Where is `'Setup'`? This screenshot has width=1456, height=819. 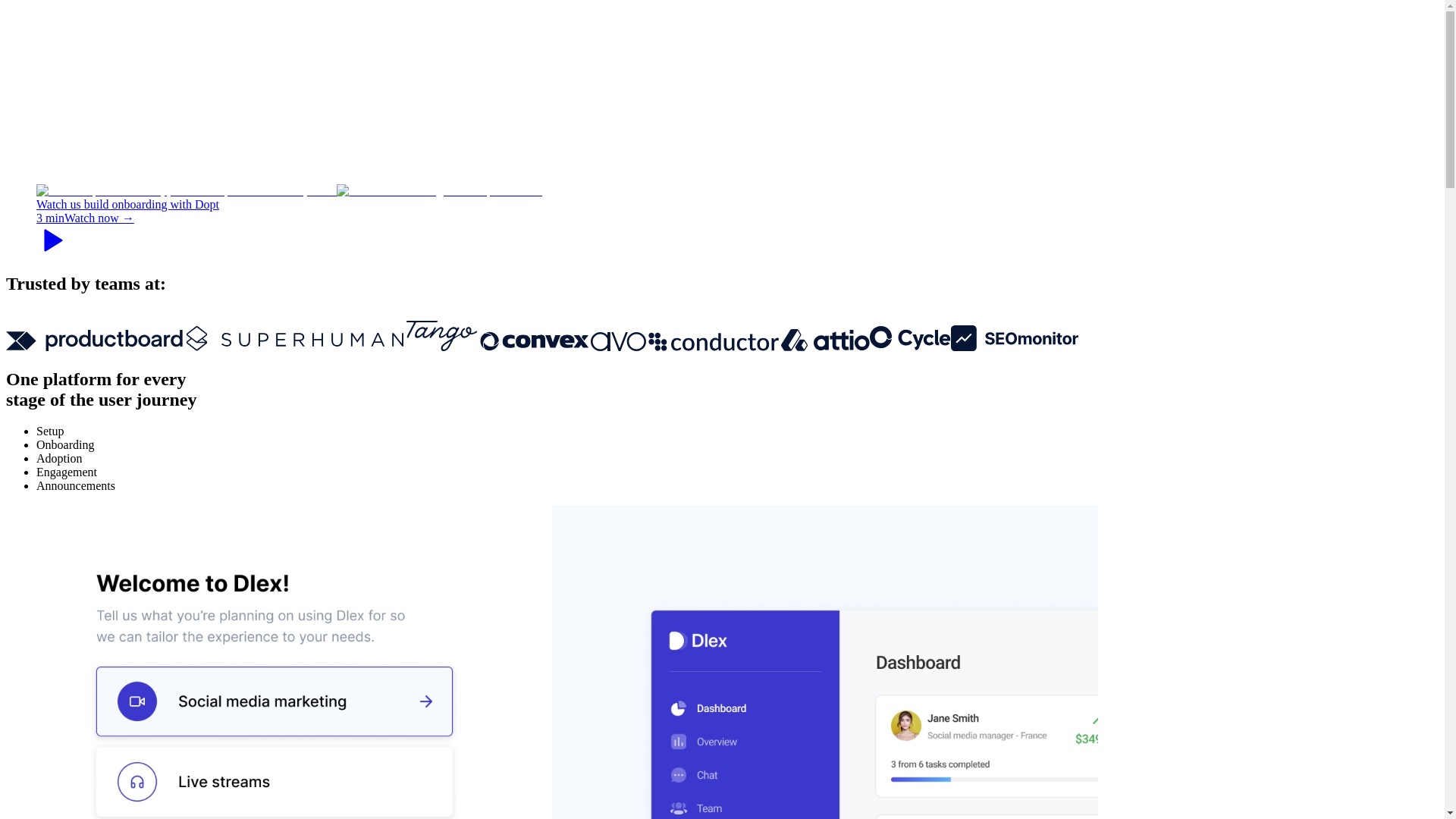 'Setup' is located at coordinates (50, 431).